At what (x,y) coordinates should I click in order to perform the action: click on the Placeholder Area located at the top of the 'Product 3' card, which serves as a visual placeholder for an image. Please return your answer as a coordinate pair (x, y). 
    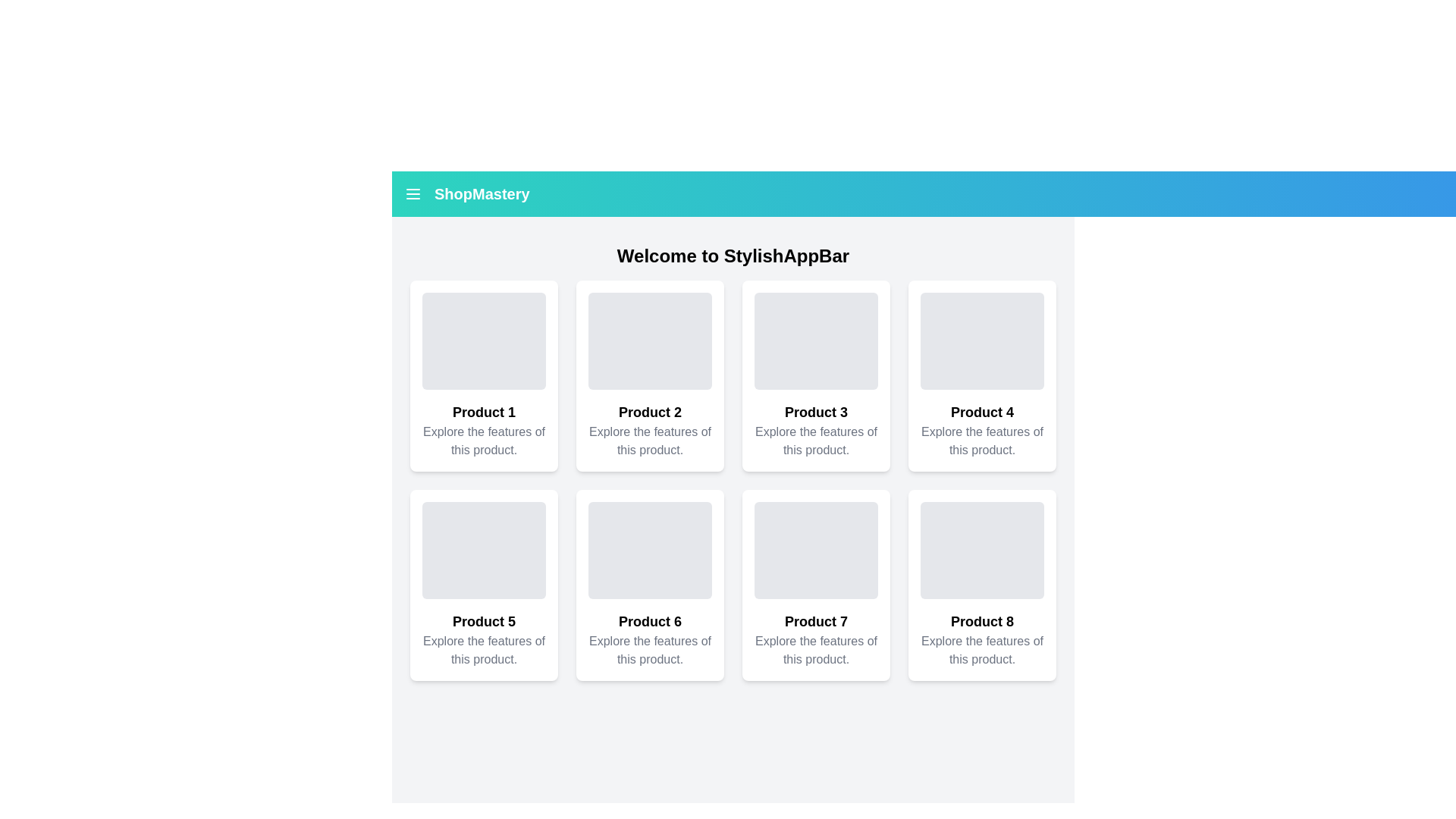
    Looking at the image, I should click on (815, 341).